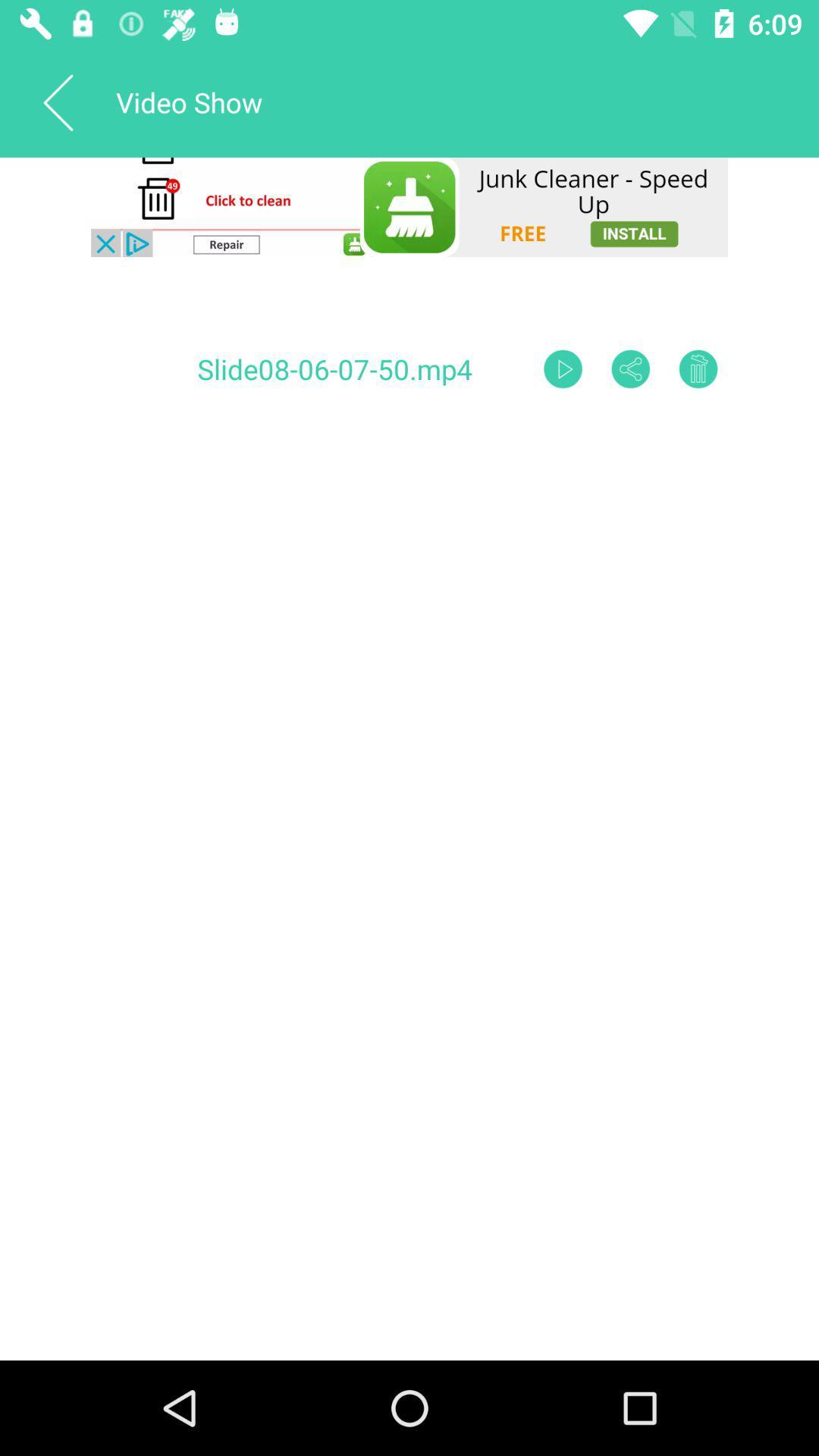 The width and height of the screenshot is (819, 1456). What do you see at coordinates (409, 206) in the screenshot?
I see `clean option` at bounding box center [409, 206].